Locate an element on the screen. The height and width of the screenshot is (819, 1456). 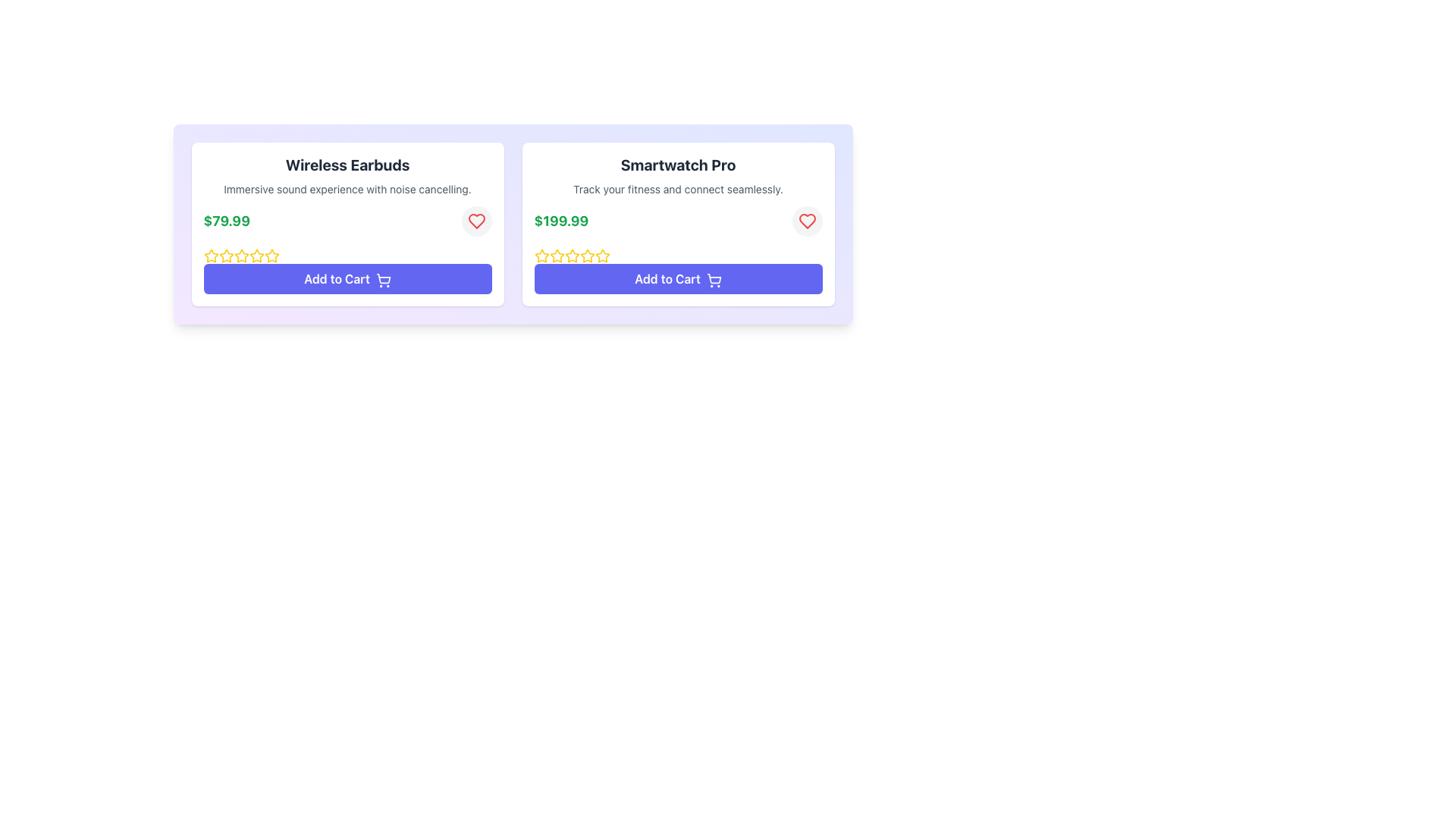
the button that adds the 'Smartwatch Pro' to the shopping cart, located below the star icons and price tag of '$199.99' is located at coordinates (677, 278).